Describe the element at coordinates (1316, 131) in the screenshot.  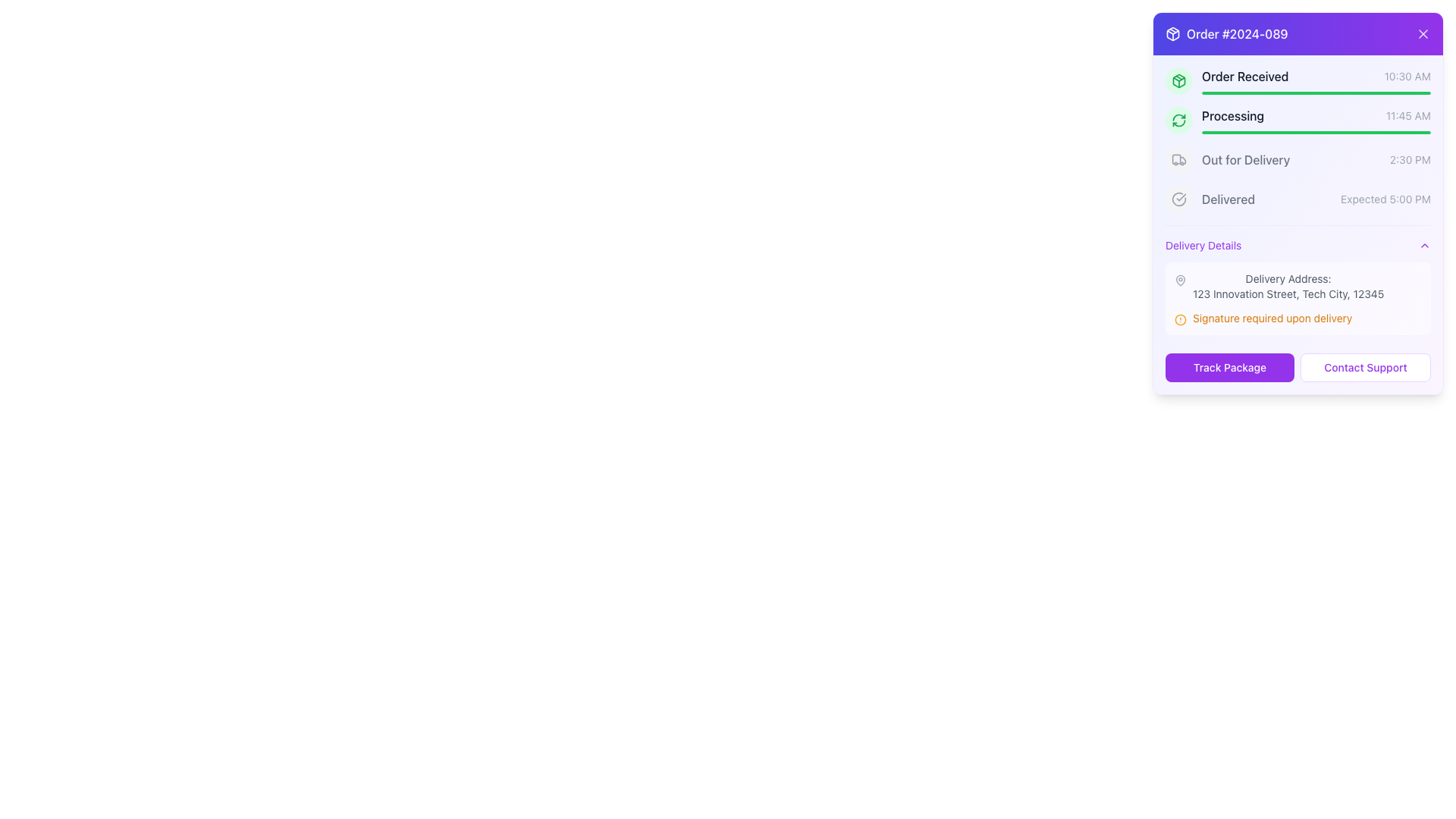
I see `the thin green progress indicator bar located underneath the 'Processing' section of the 'Order #2024-089' status display panel` at that location.